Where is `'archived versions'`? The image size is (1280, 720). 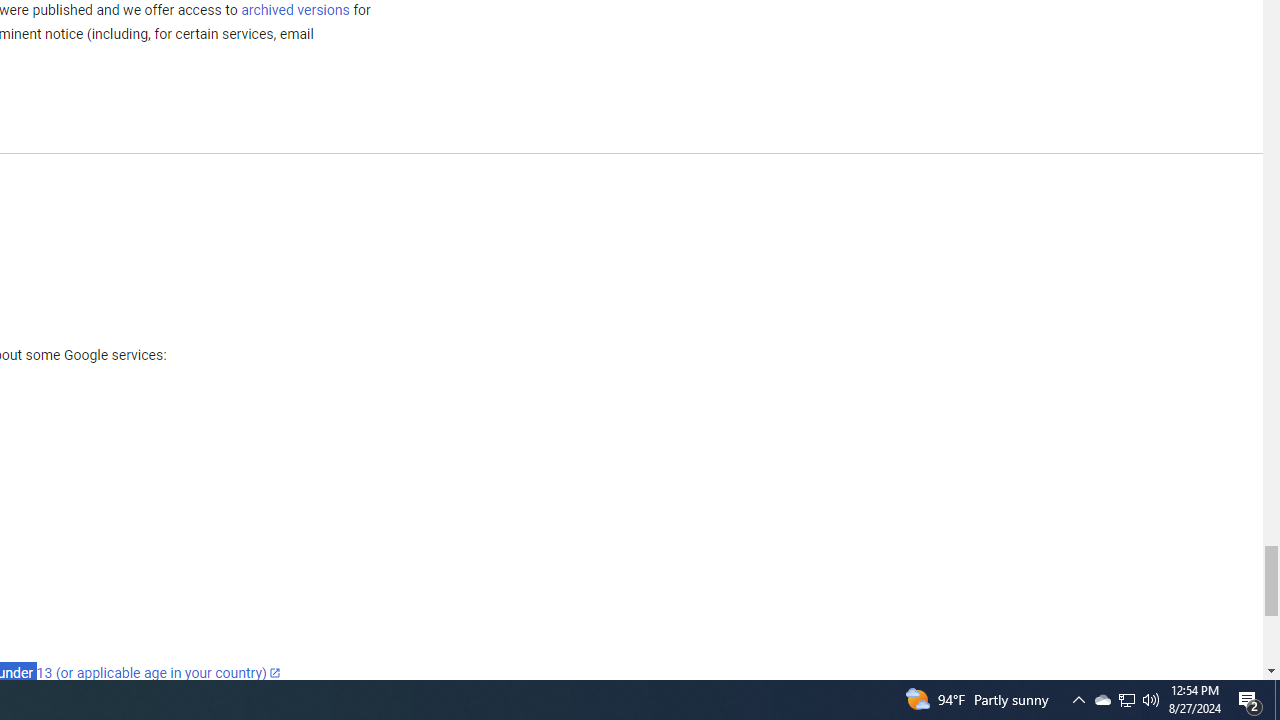
'archived versions' is located at coordinates (294, 9).